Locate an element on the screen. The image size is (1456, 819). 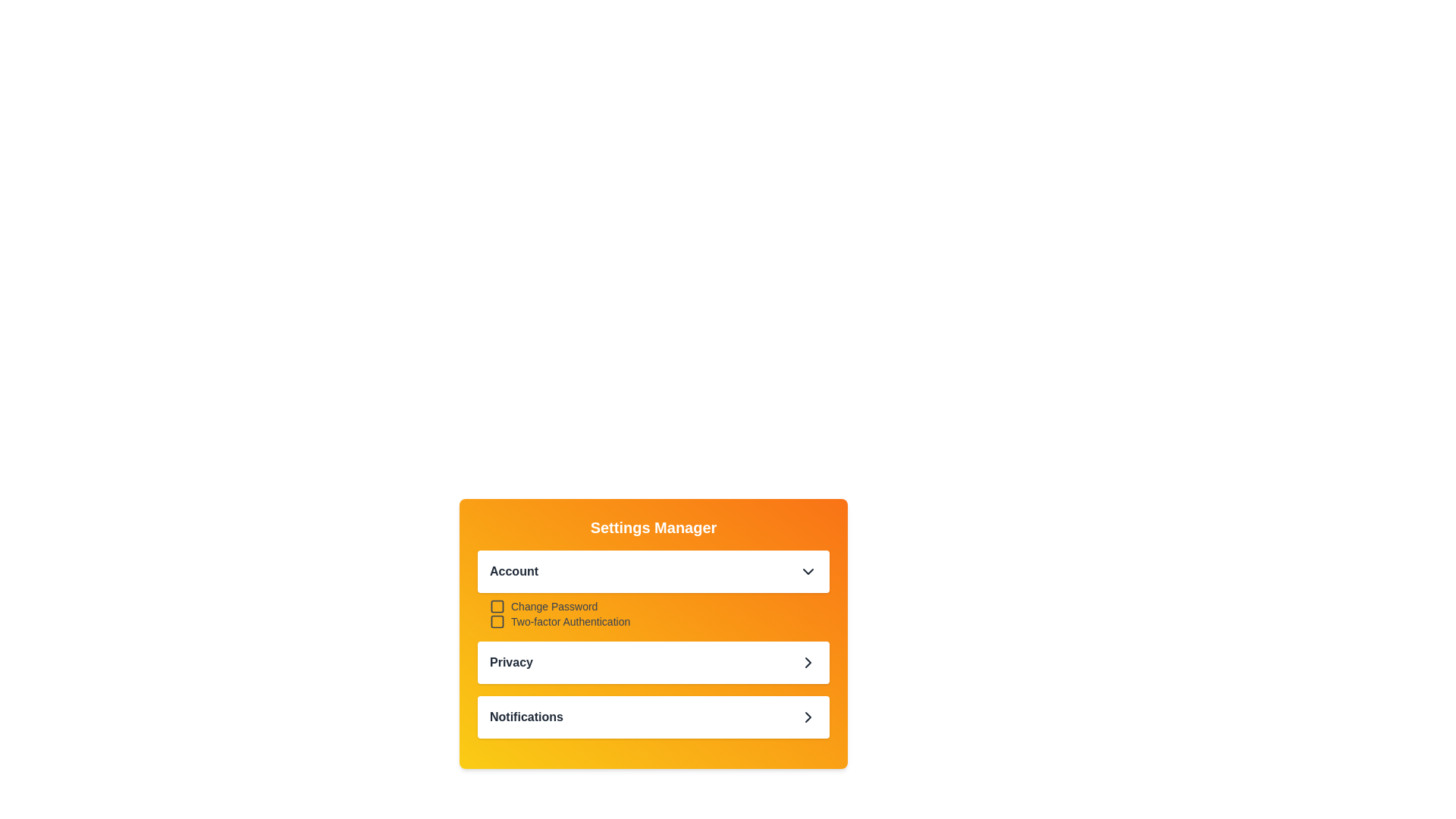
the text label that serves as a clickable menu item leading to the notifications settings, located on the left side relative to a chevron icon is located at coordinates (526, 717).